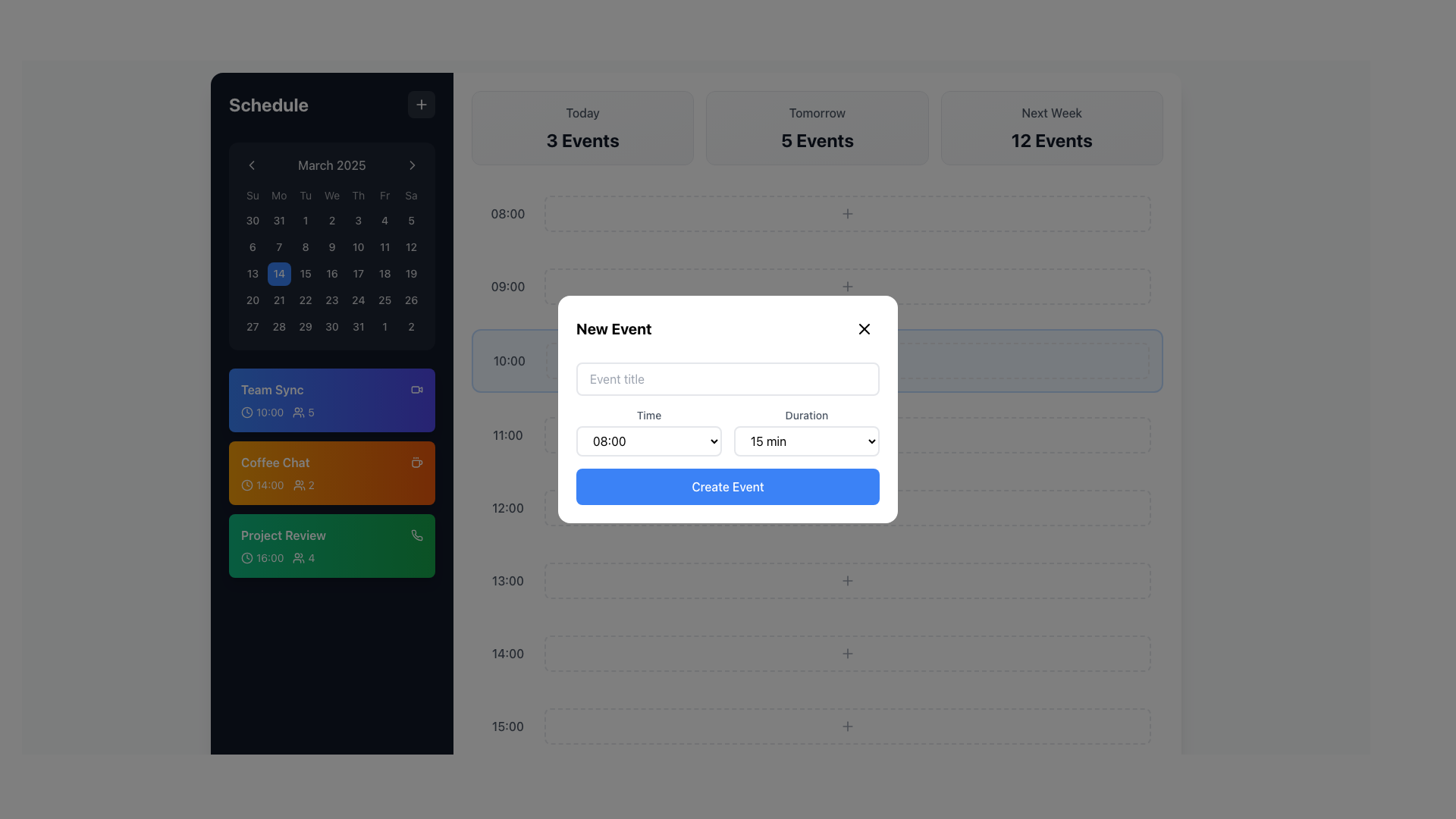 Image resolution: width=1456 pixels, height=819 pixels. Describe the element at coordinates (303, 558) in the screenshot. I see `the User count indicator displaying '4' located in the 'Project Review' section of the agenda for 16:00, which consists of a gray icon of two user figures` at that location.